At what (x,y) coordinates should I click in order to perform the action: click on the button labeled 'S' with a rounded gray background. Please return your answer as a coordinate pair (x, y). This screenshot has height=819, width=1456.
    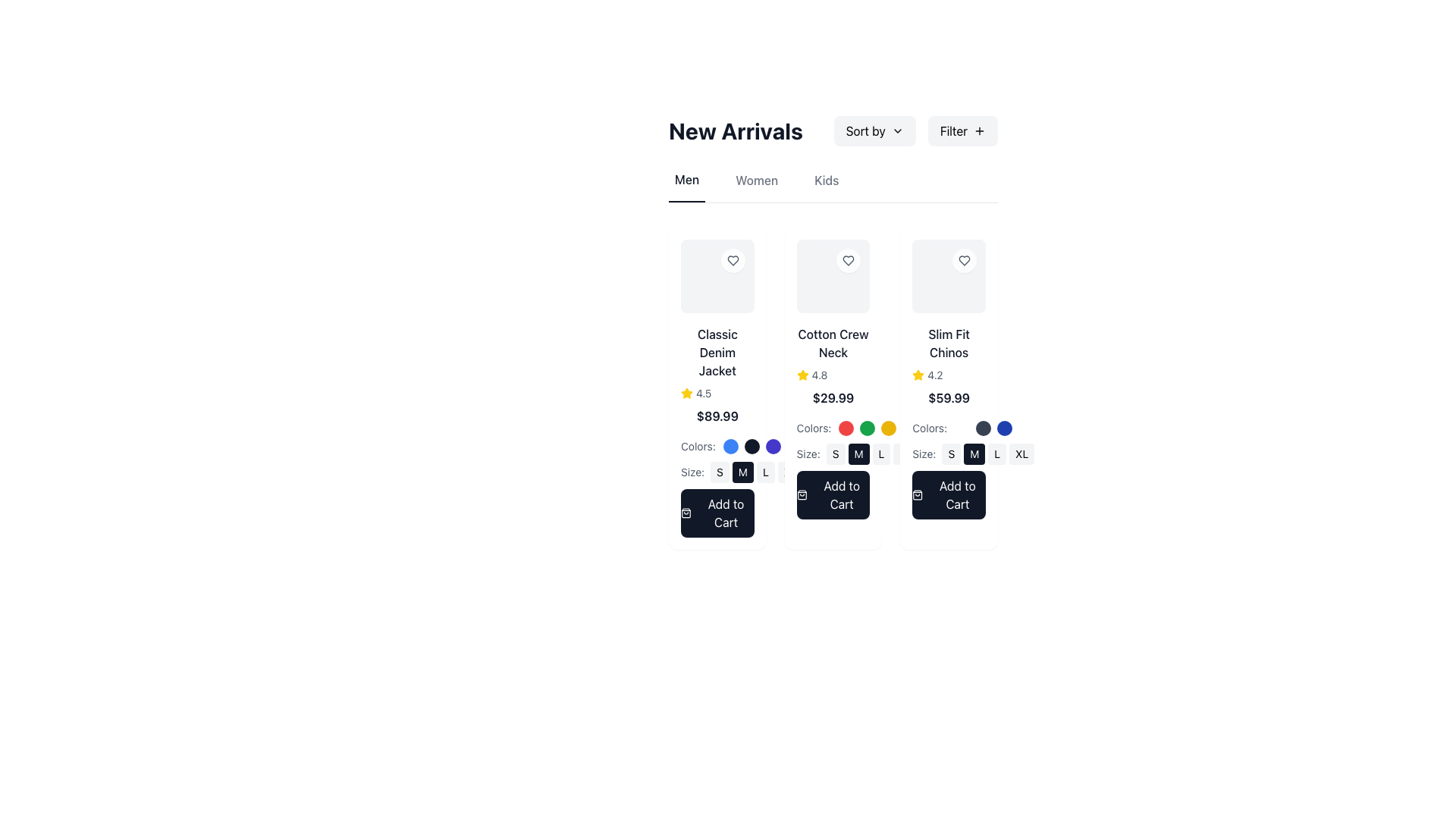
    Looking at the image, I should click on (719, 471).